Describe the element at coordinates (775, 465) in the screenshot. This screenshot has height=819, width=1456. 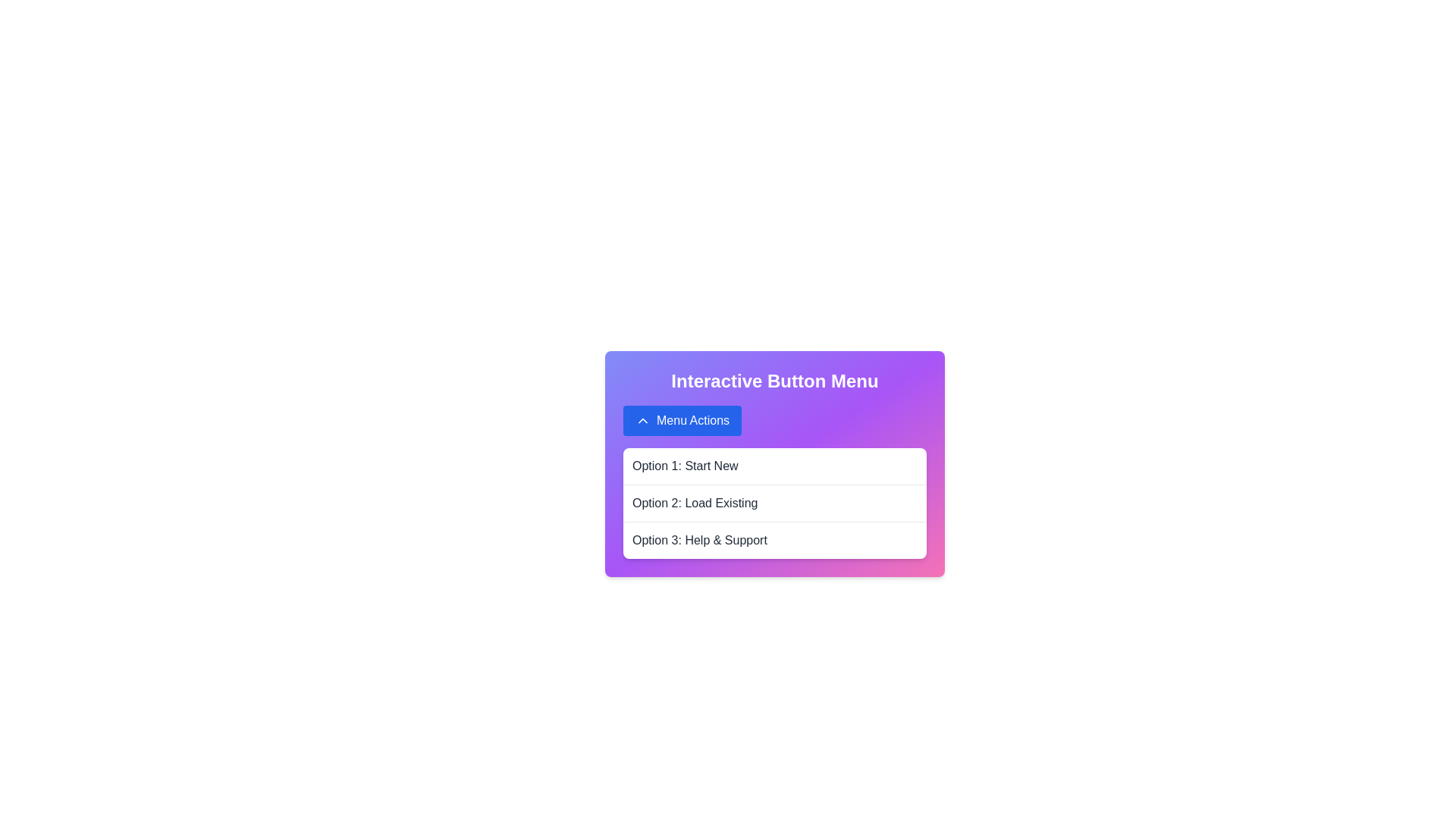
I see `the Menu item labeled 'Option 1: Start New' to activate its hover effects` at that location.